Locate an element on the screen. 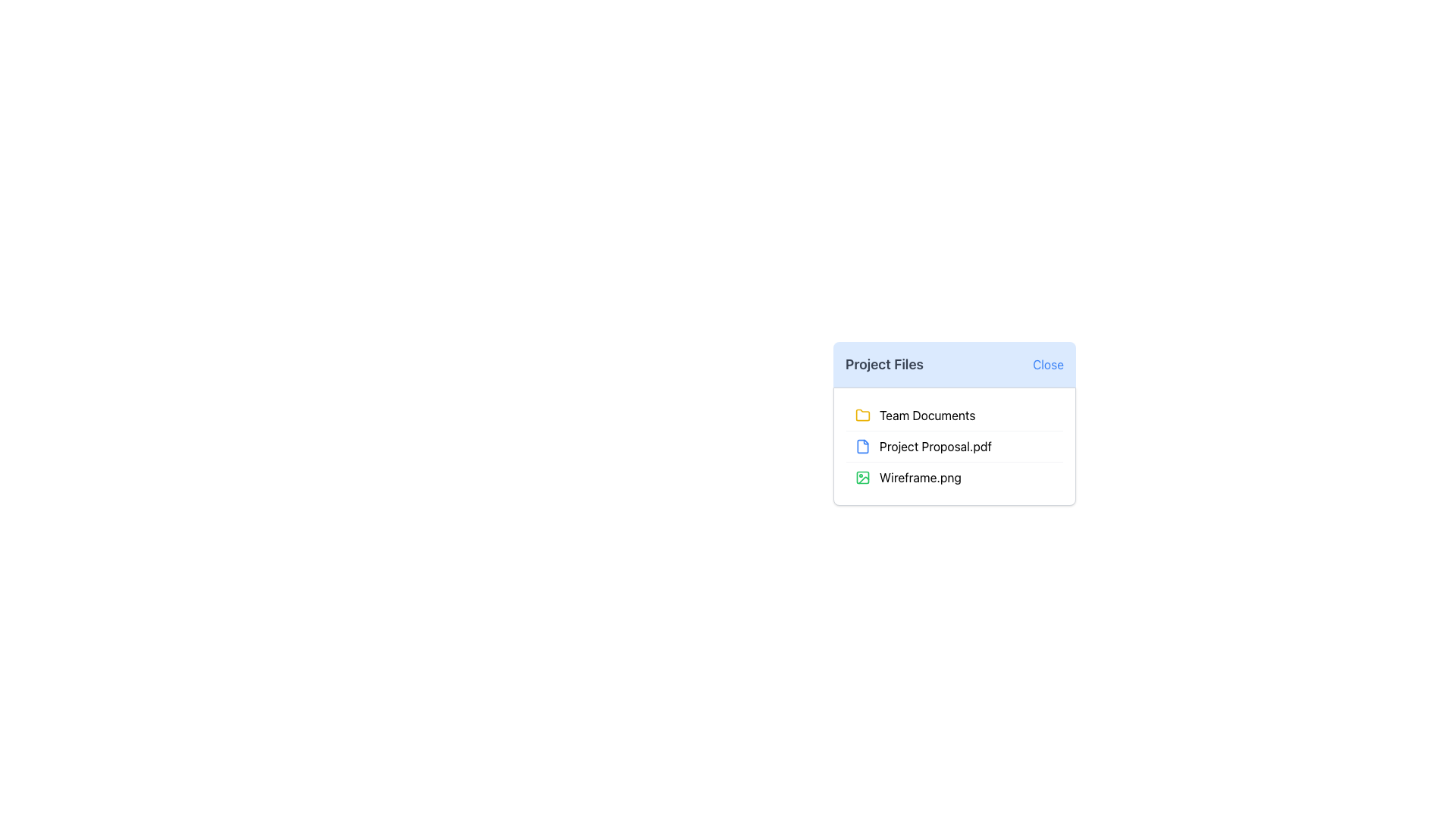 The image size is (1456, 819). the first selectable list item labeled 'Team Documents' in the dropdown box 'Project Files' is located at coordinates (953, 424).